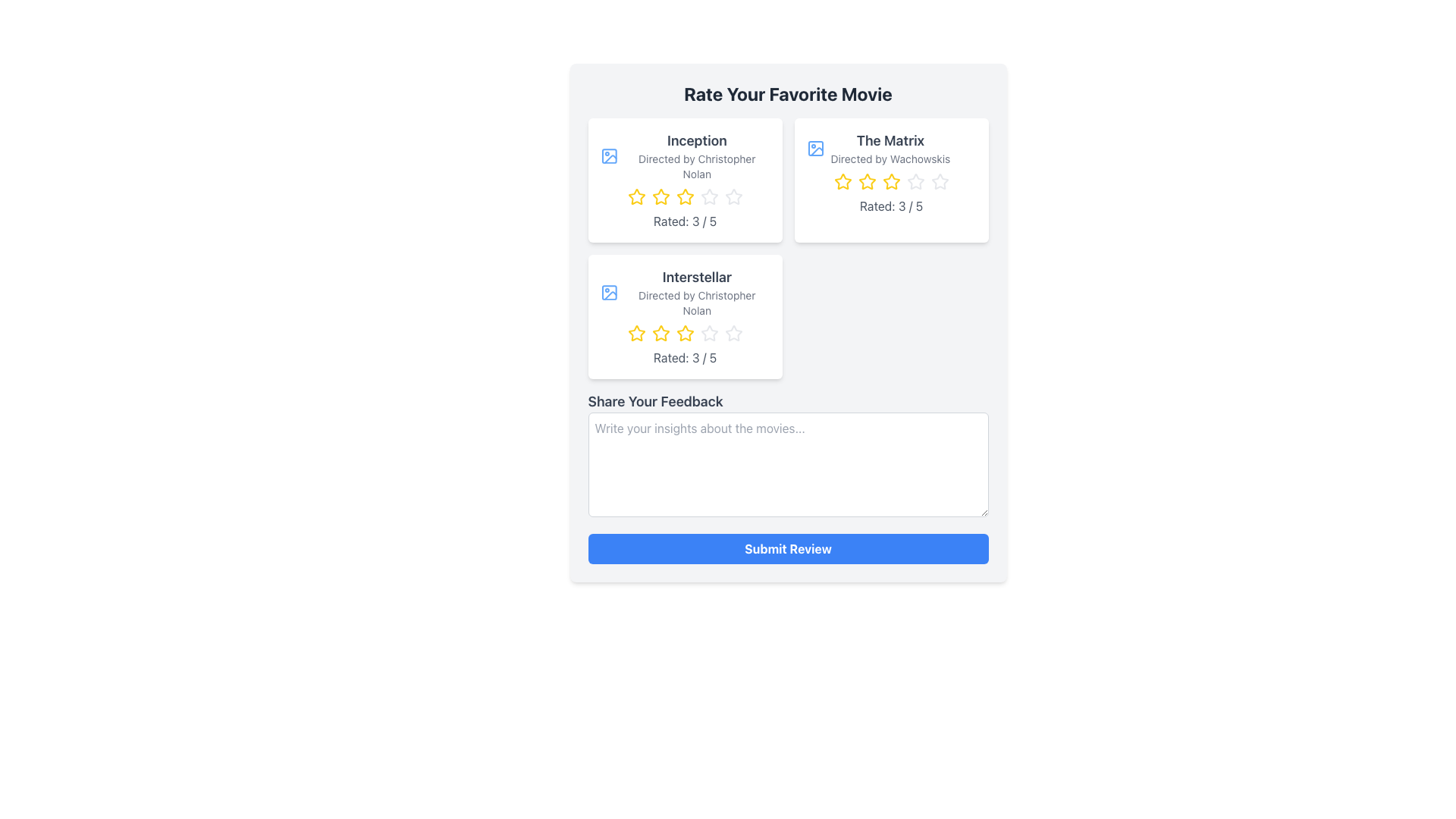 Image resolution: width=1456 pixels, height=819 pixels. What do you see at coordinates (661, 196) in the screenshot?
I see `the second star from the left in the ratings row for the movie 'Inception' to set the rating to two out of five` at bounding box center [661, 196].